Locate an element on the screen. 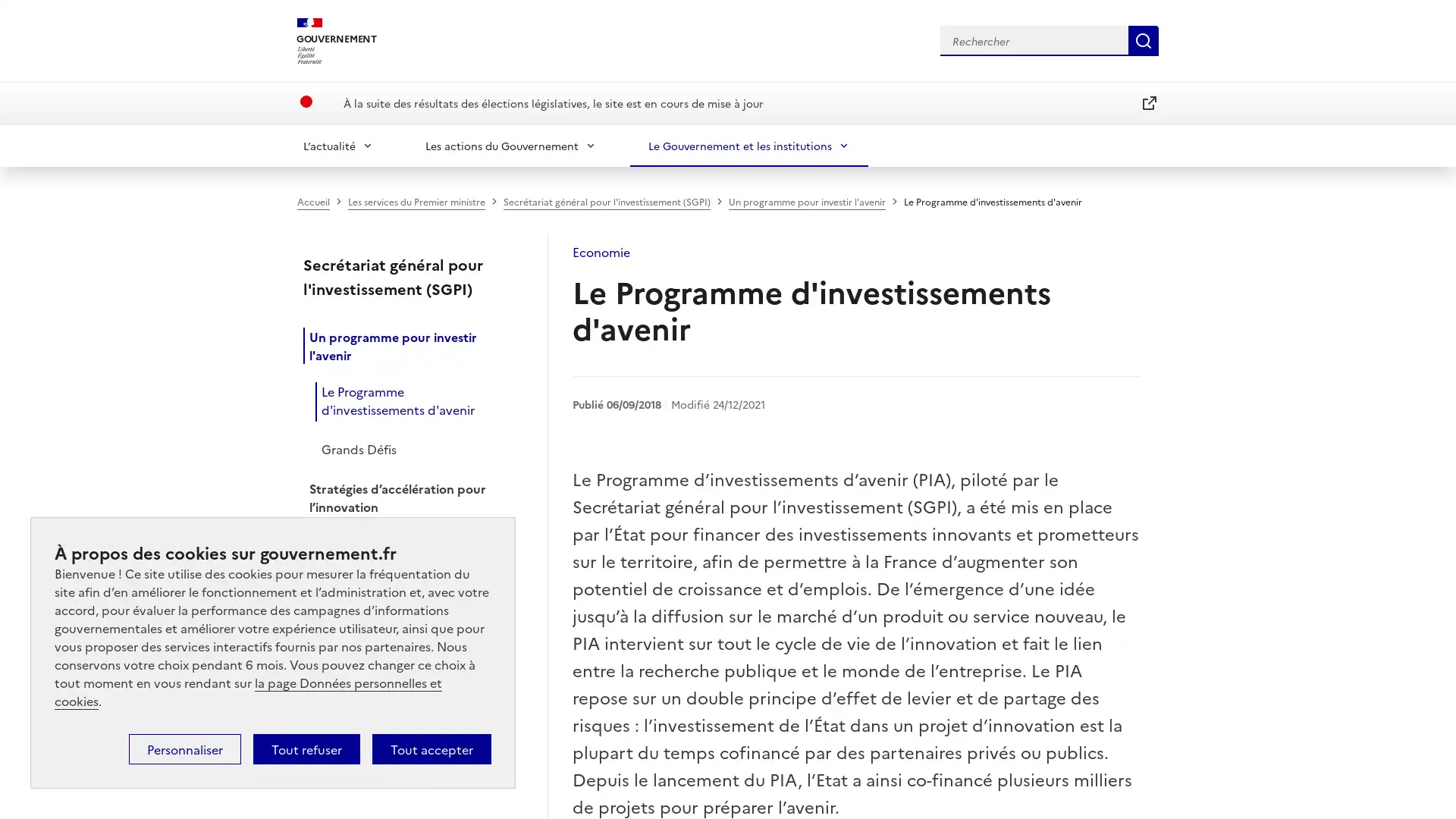  Lactualite is located at coordinates (337, 145).